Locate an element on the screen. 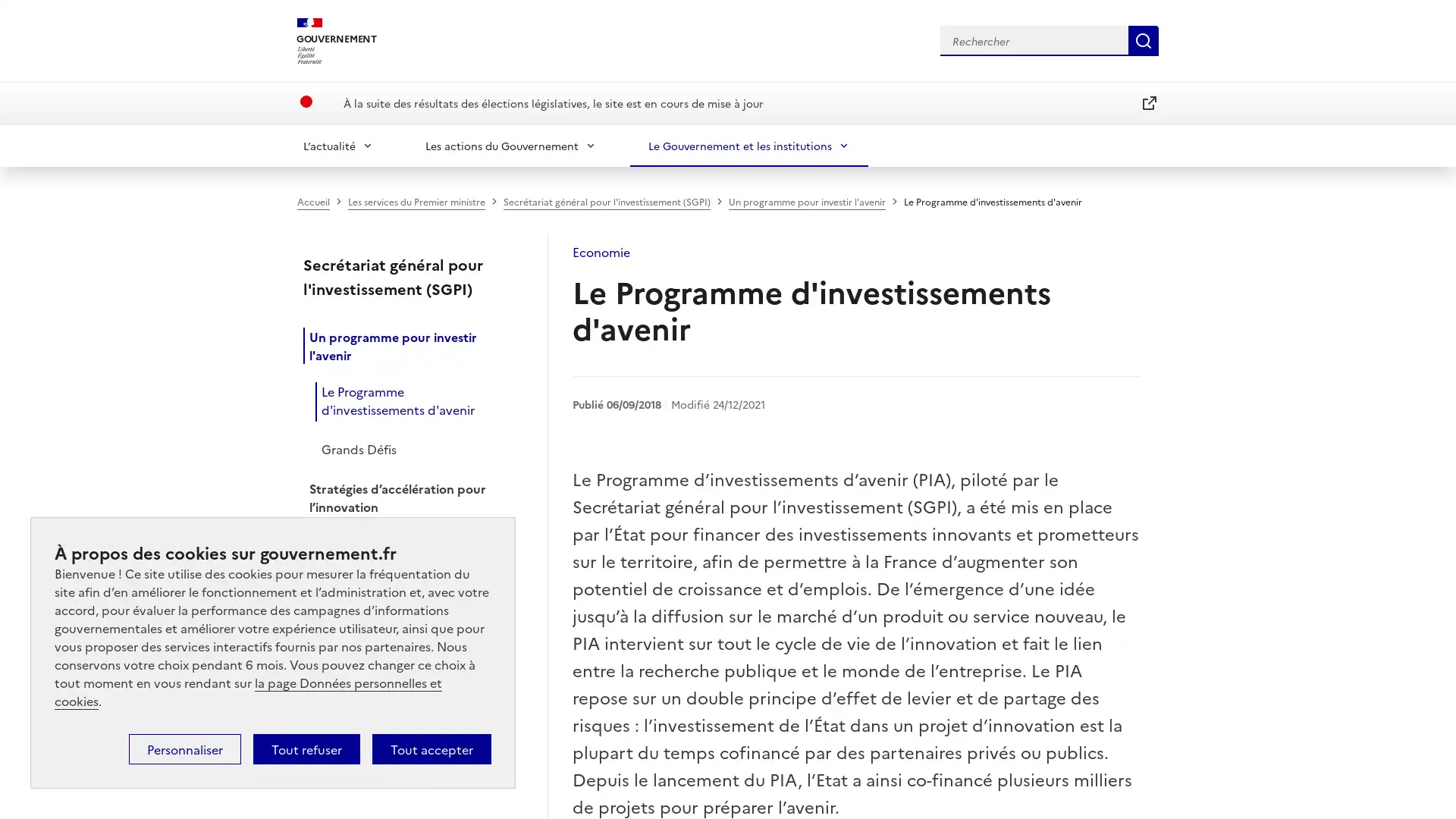  Lactualite is located at coordinates (337, 145).